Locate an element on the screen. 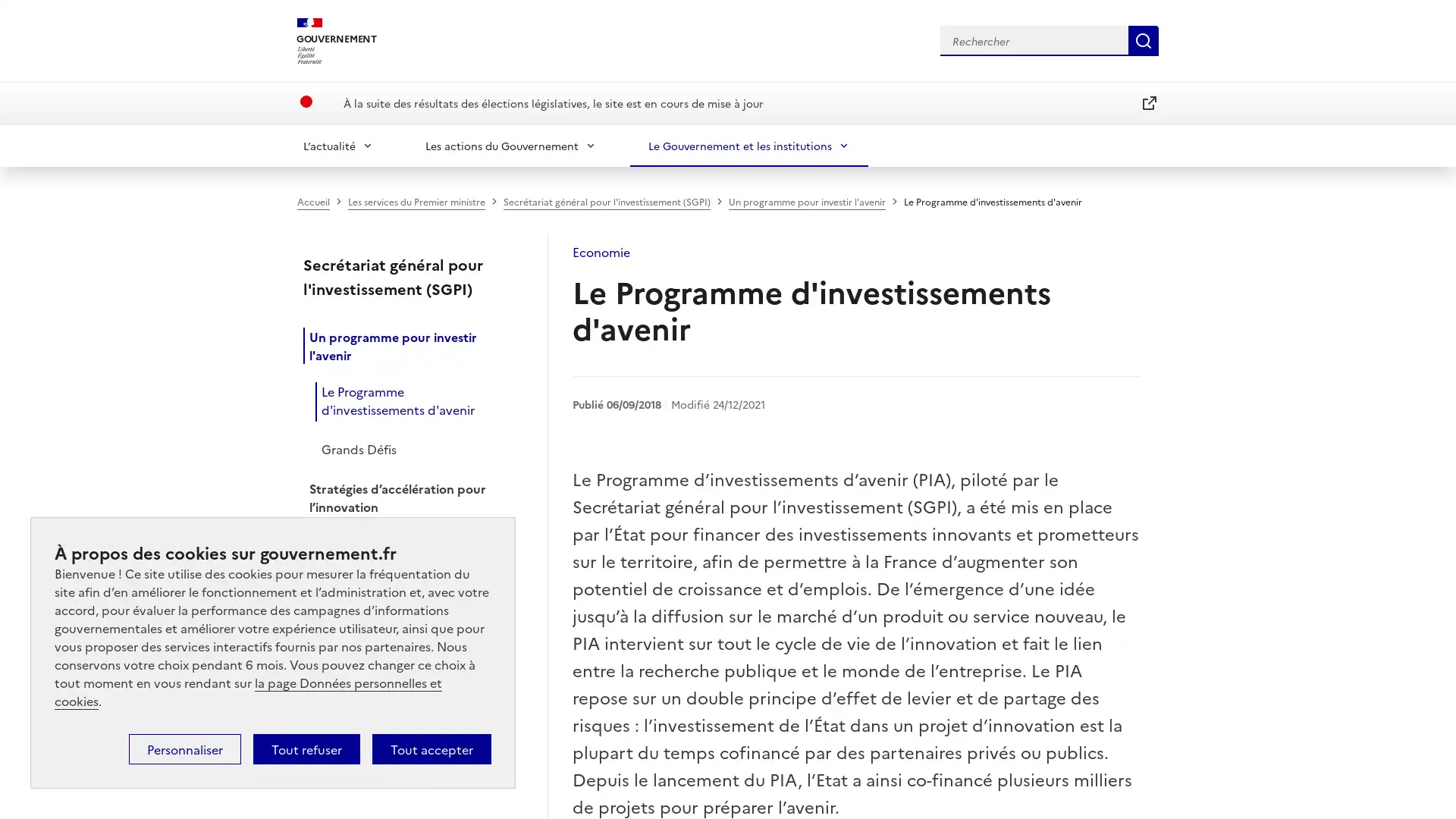  Lactualite is located at coordinates (337, 145).